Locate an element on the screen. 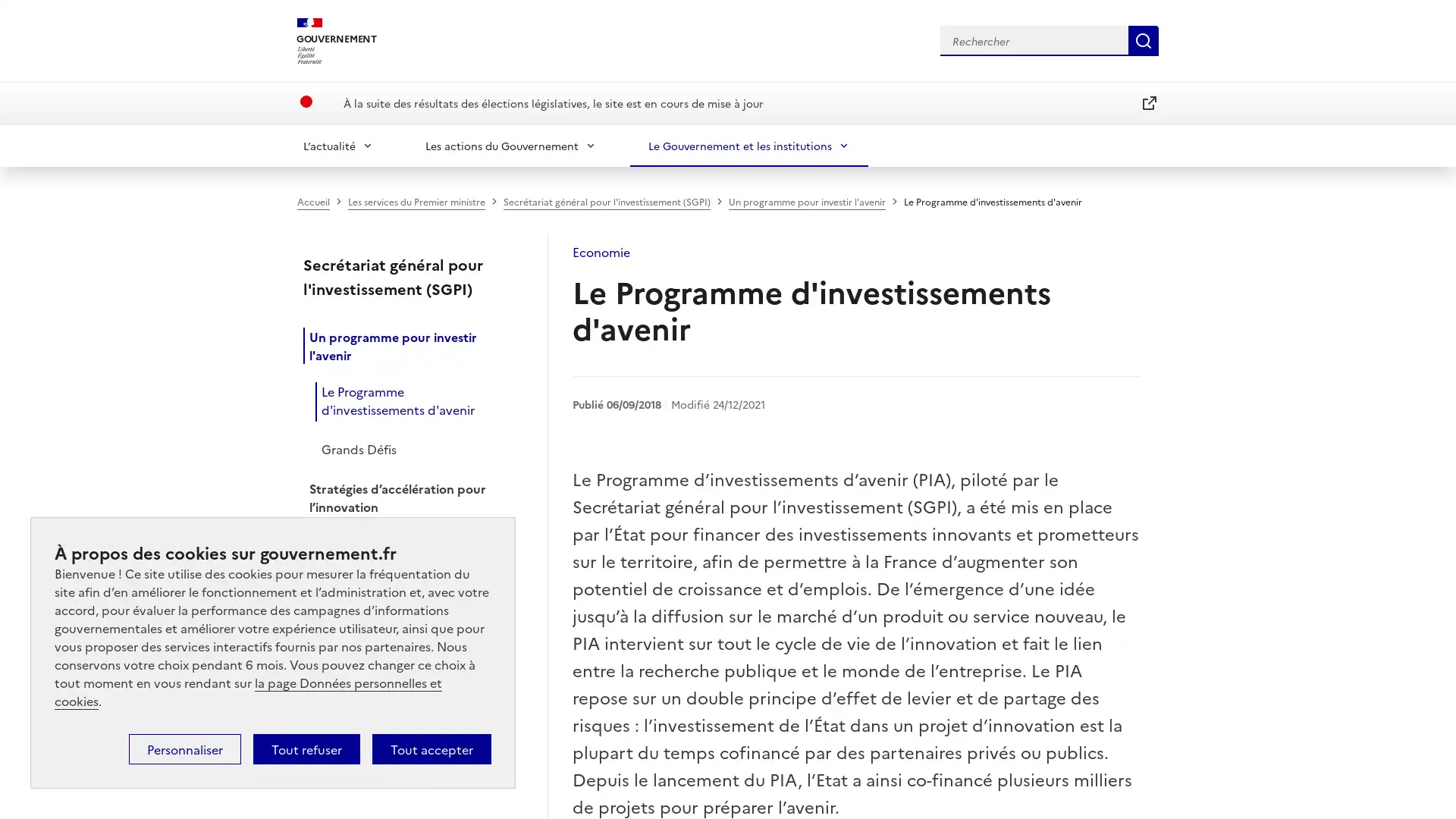  Lactualite is located at coordinates (337, 145).